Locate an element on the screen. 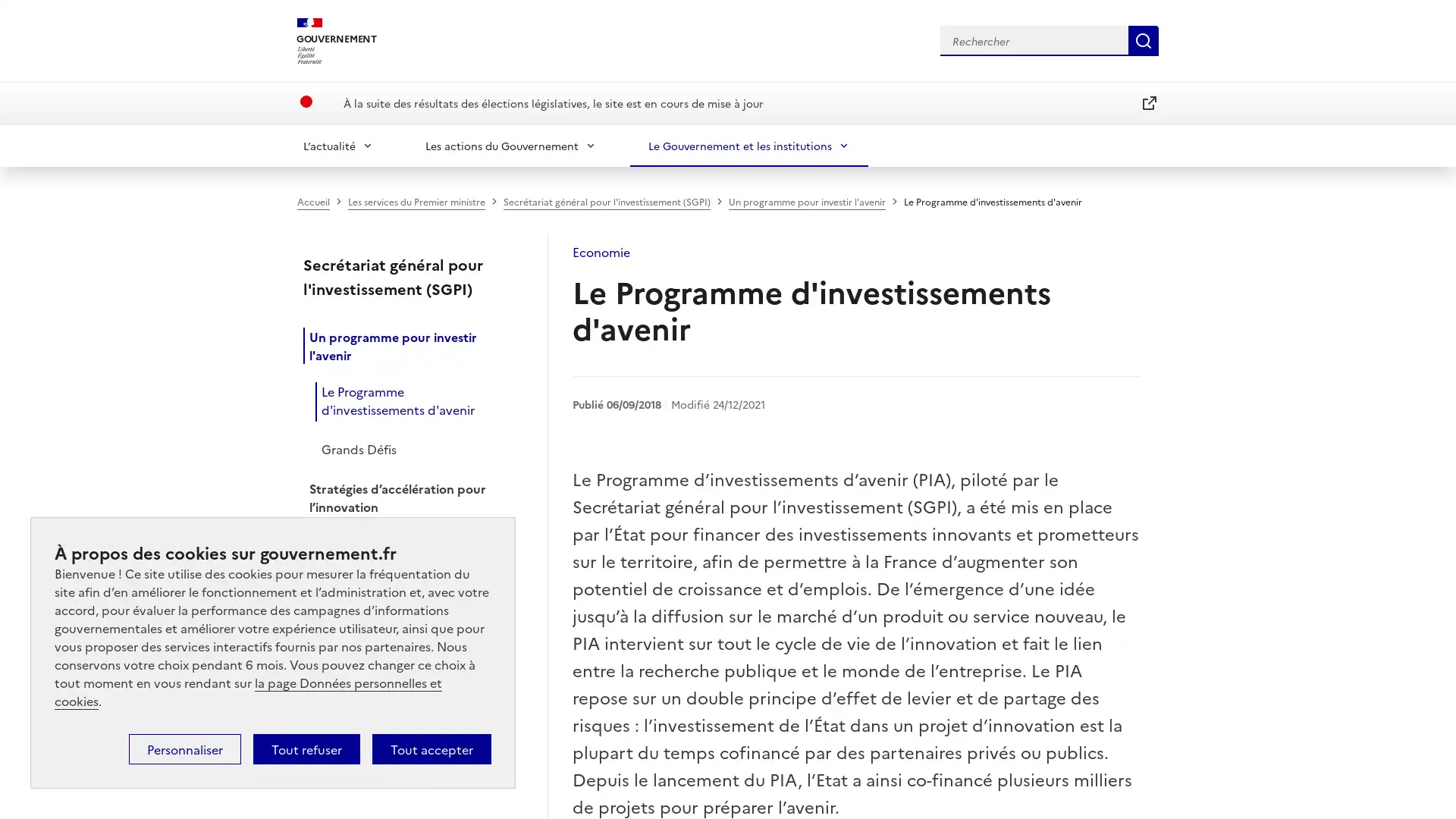  Lactualite is located at coordinates (337, 145).